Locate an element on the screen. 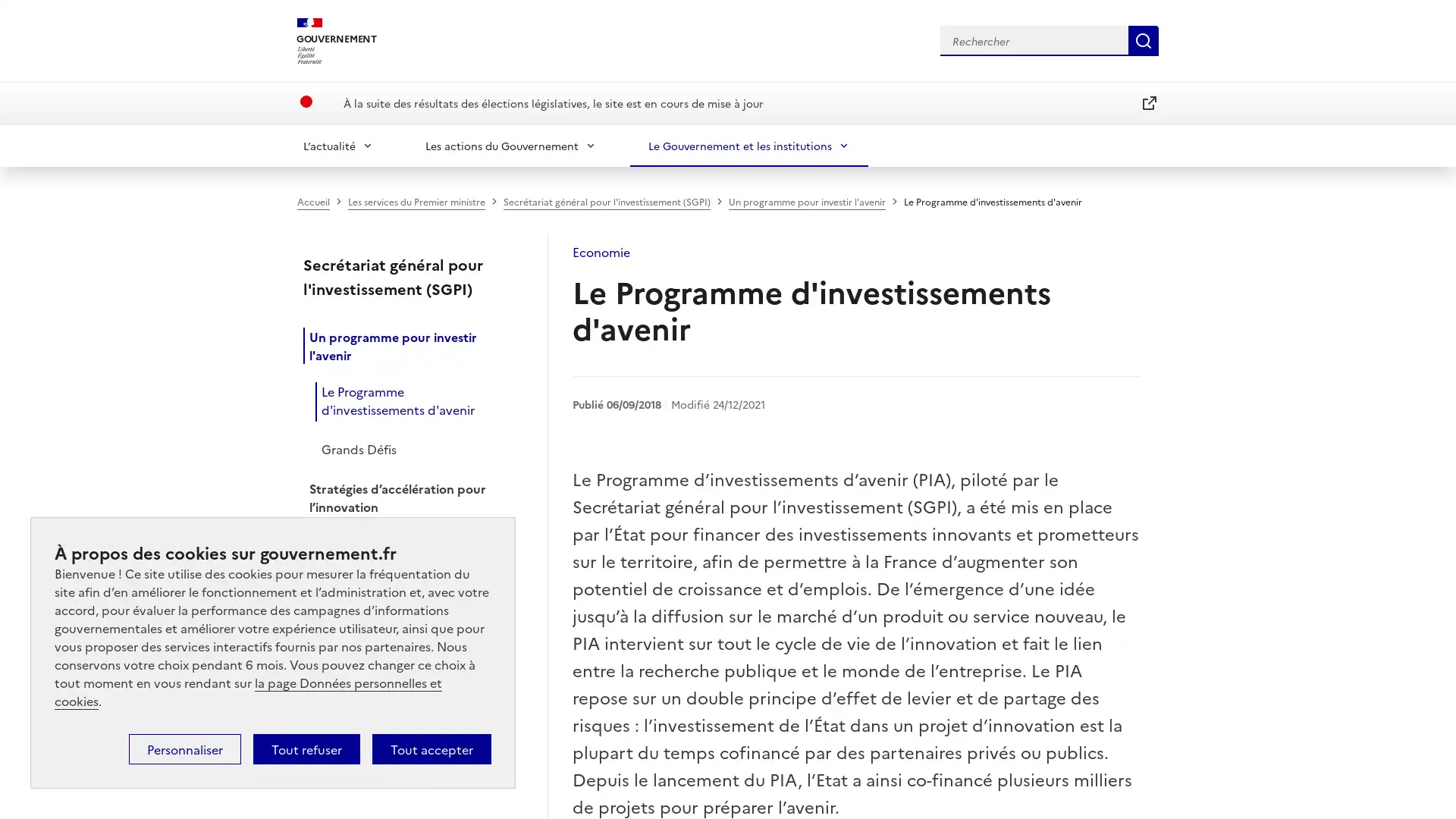  Lactualite is located at coordinates (337, 145).